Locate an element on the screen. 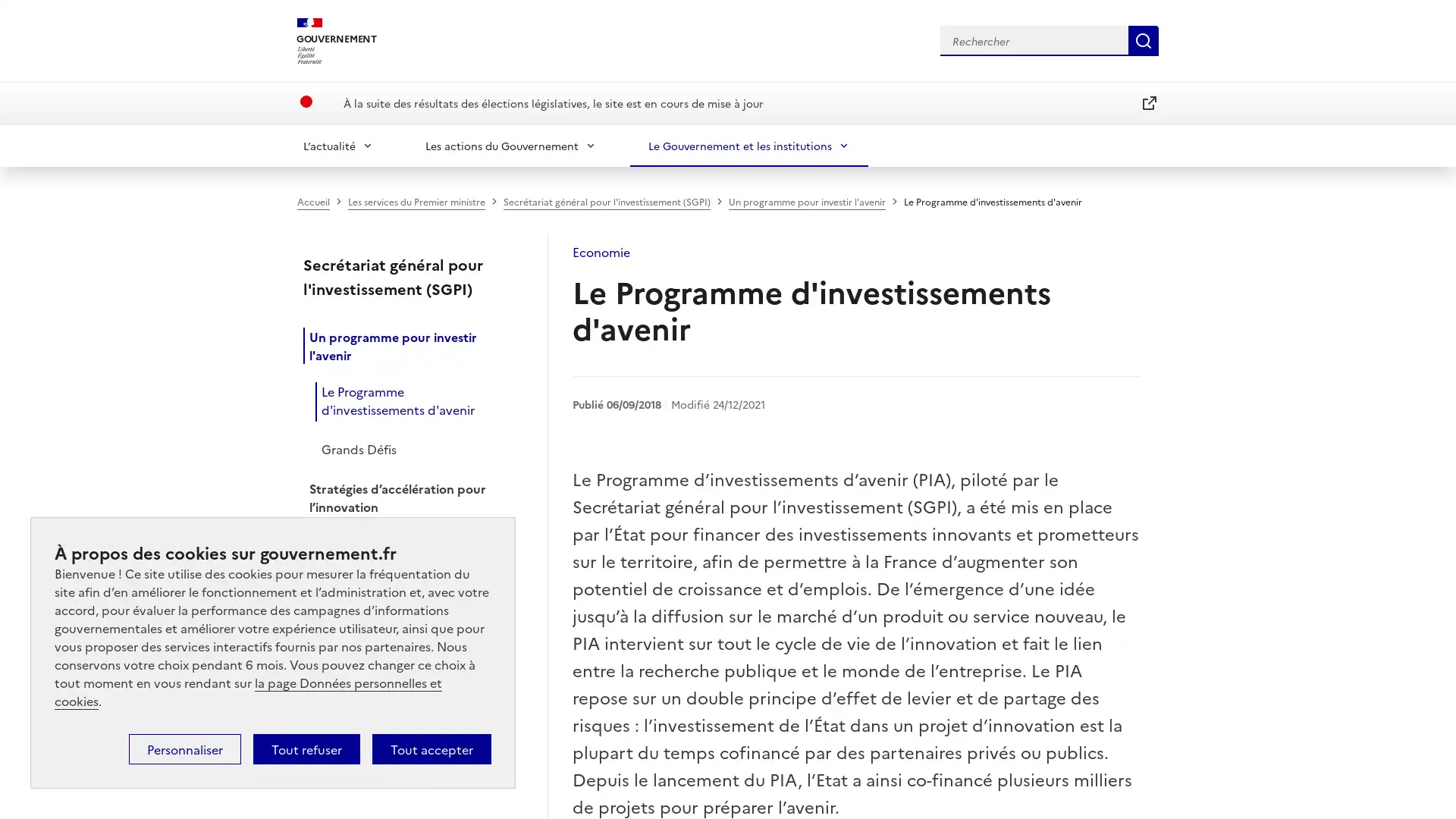  Lactualite is located at coordinates (337, 145).